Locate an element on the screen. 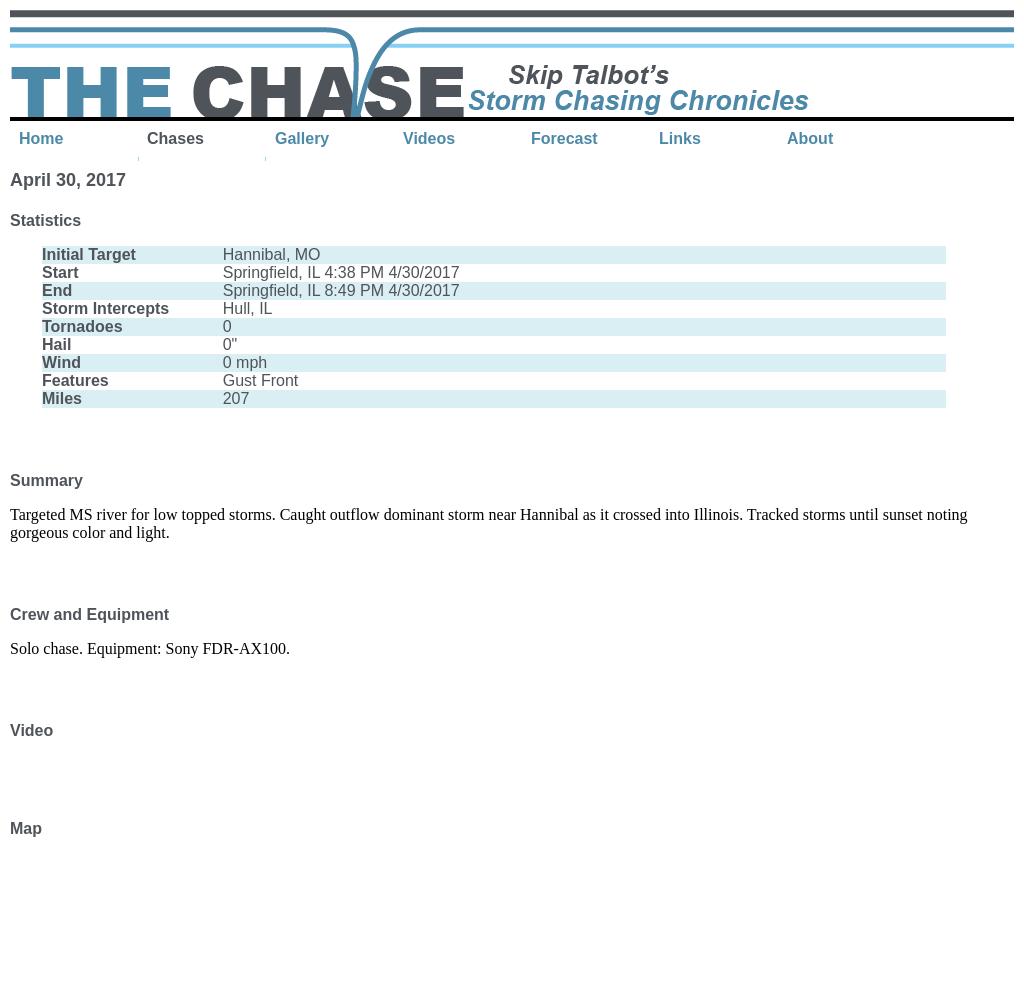 The height and width of the screenshot is (988, 1024). '0"' is located at coordinates (221, 344).